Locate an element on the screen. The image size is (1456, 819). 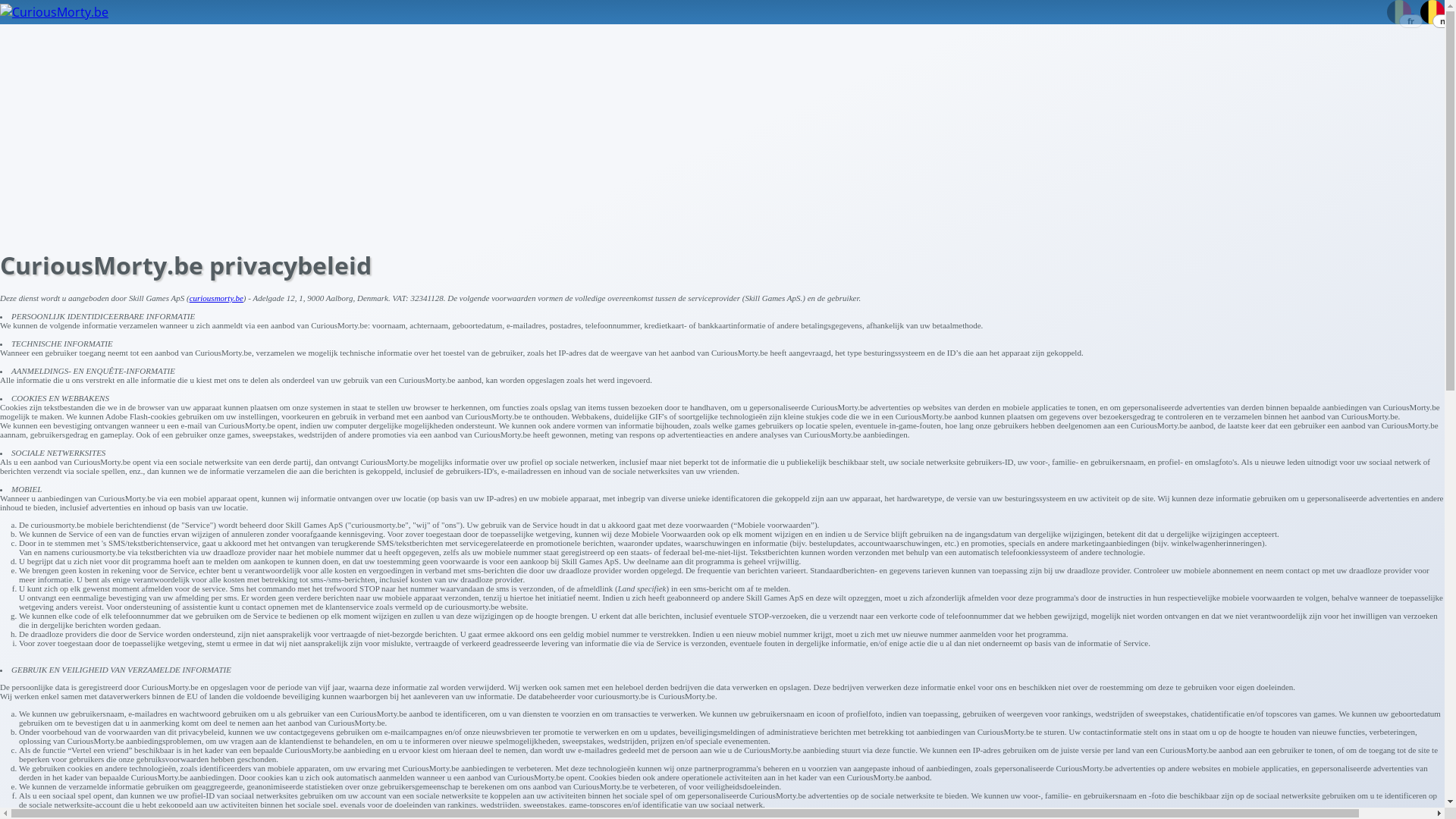
'fr' is located at coordinates (1386, 8).